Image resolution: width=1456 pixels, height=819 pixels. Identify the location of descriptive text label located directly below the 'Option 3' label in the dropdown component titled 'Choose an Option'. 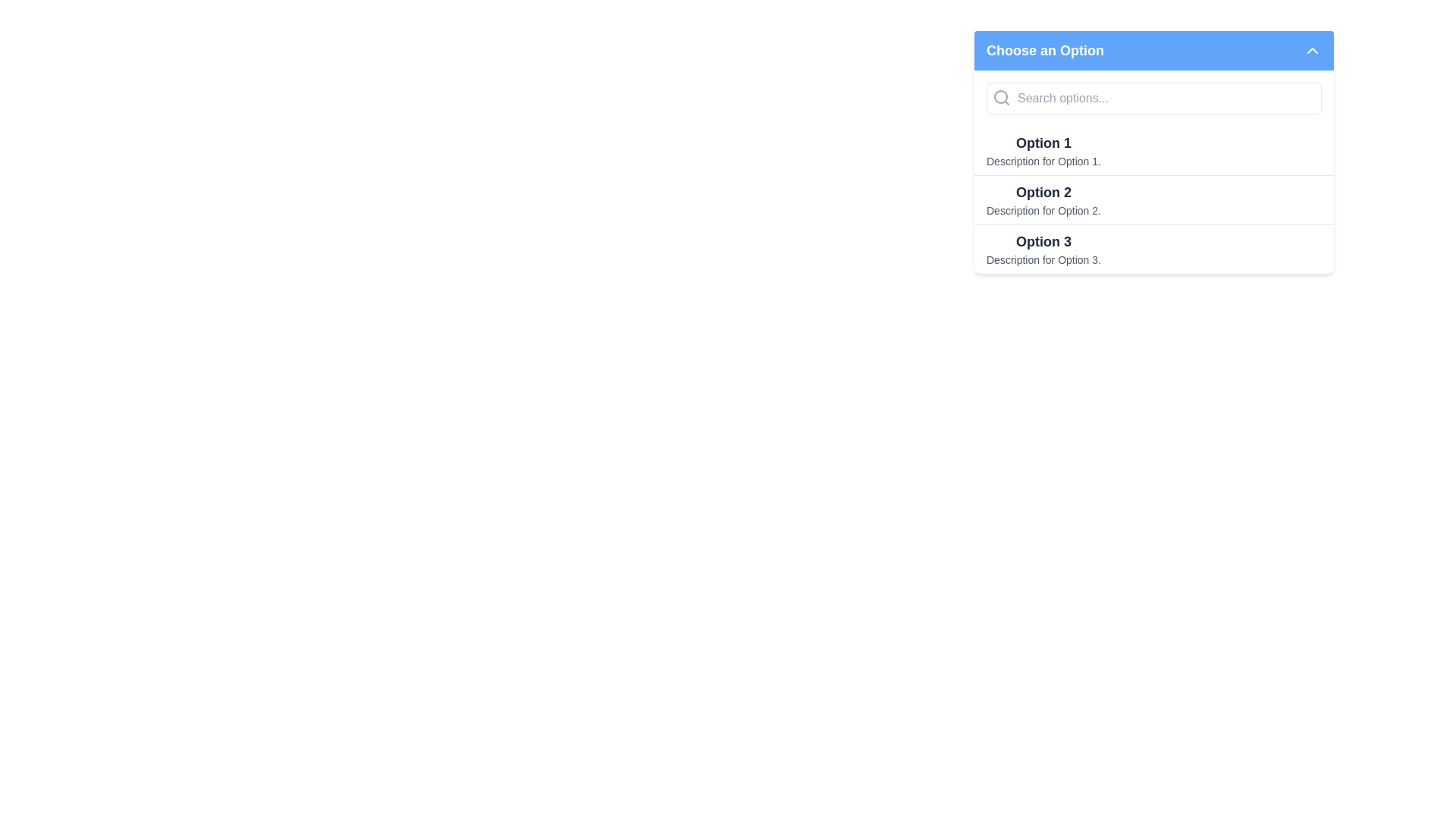
(1043, 259).